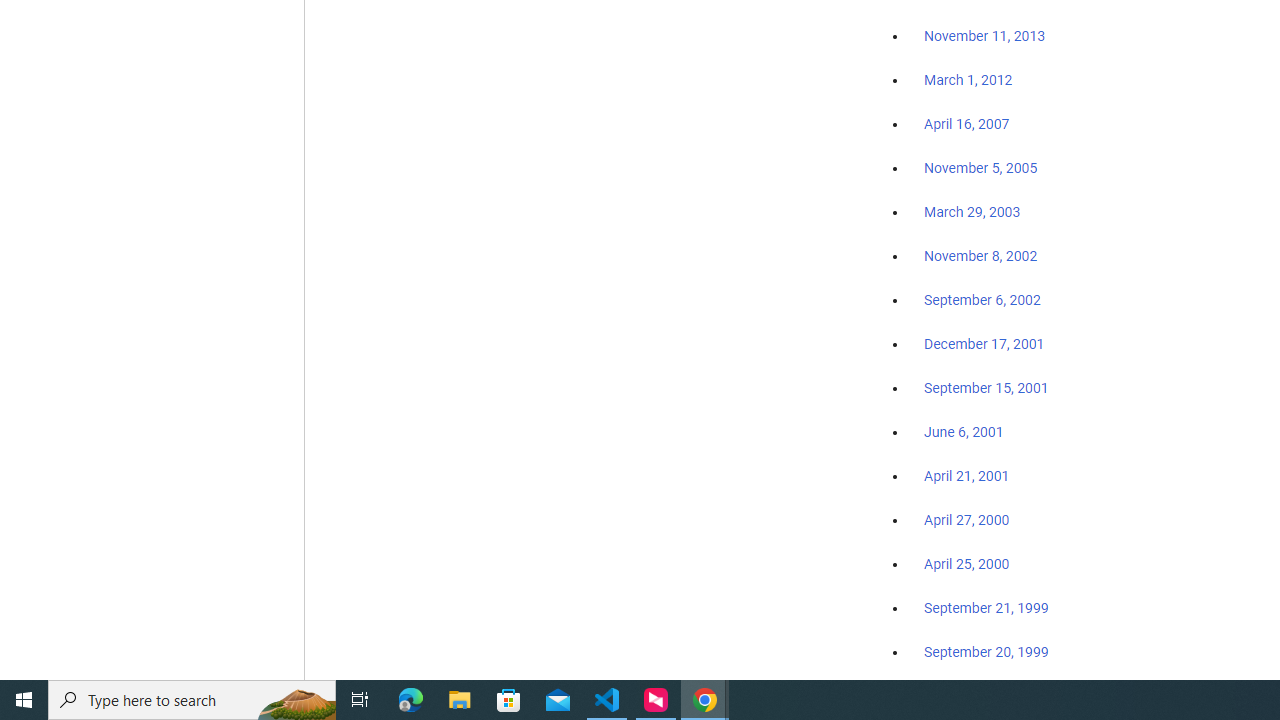 The height and width of the screenshot is (720, 1280). Describe the element at coordinates (981, 255) in the screenshot. I see `'November 8, 2002'` at that location.